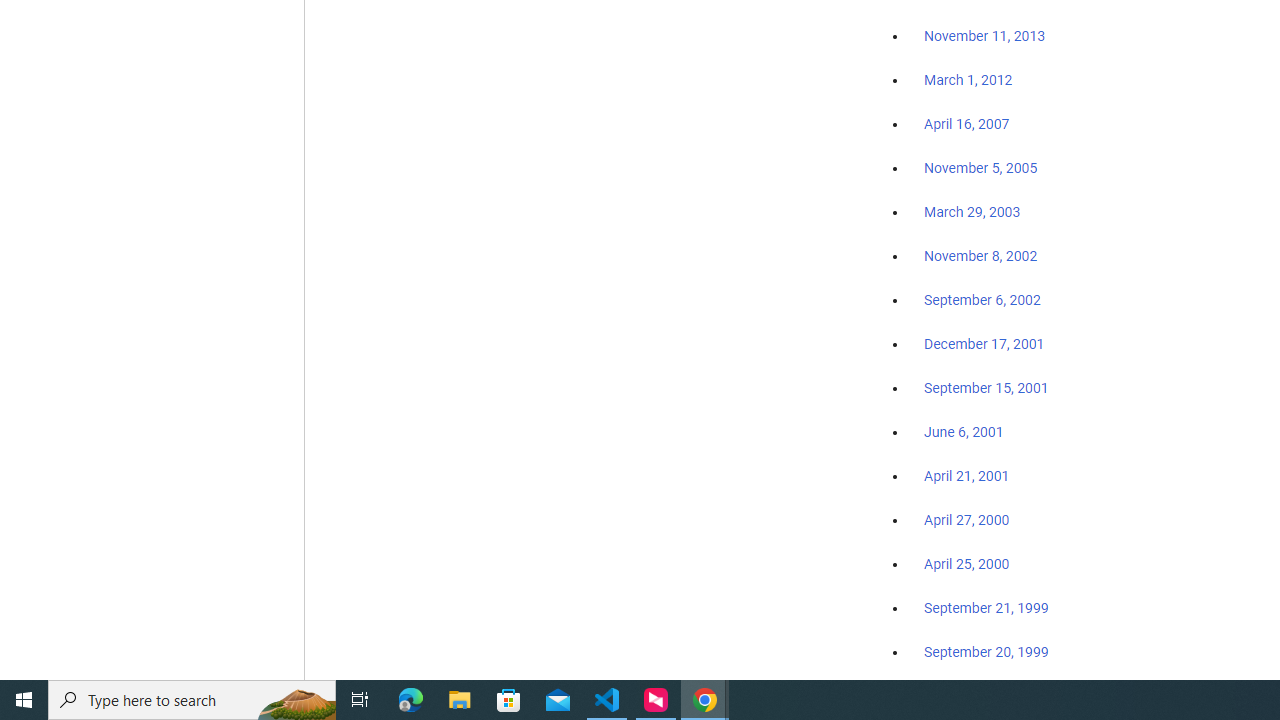 The height and width of the screenshot is (720, 1280). Describe the element at coordinates (981, 255) in the screenshot. I see `'November 8, 2002'` at that location.